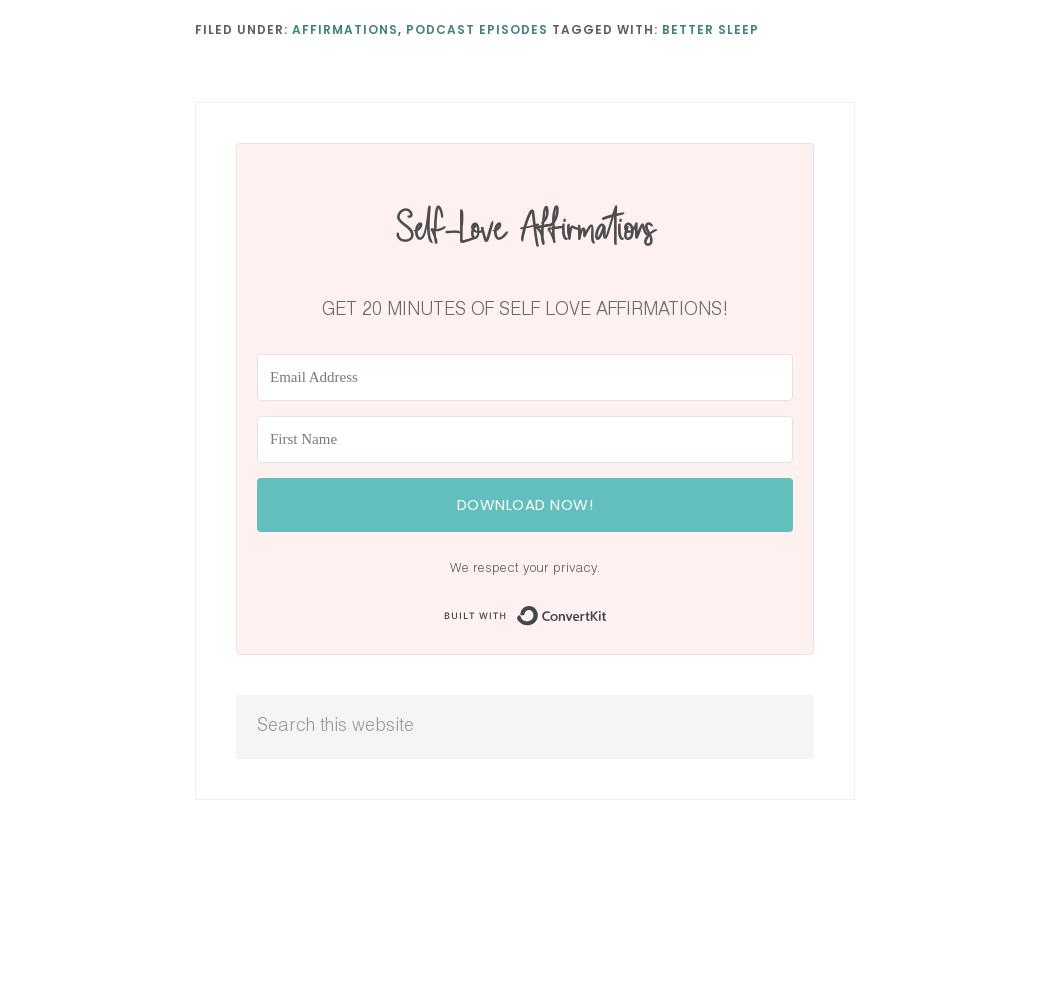 The image size is (1050, 1006). Describe the element at coordinates (523, 227) in the screenshot. I see `'Self-Love Affirmations'` at that location.